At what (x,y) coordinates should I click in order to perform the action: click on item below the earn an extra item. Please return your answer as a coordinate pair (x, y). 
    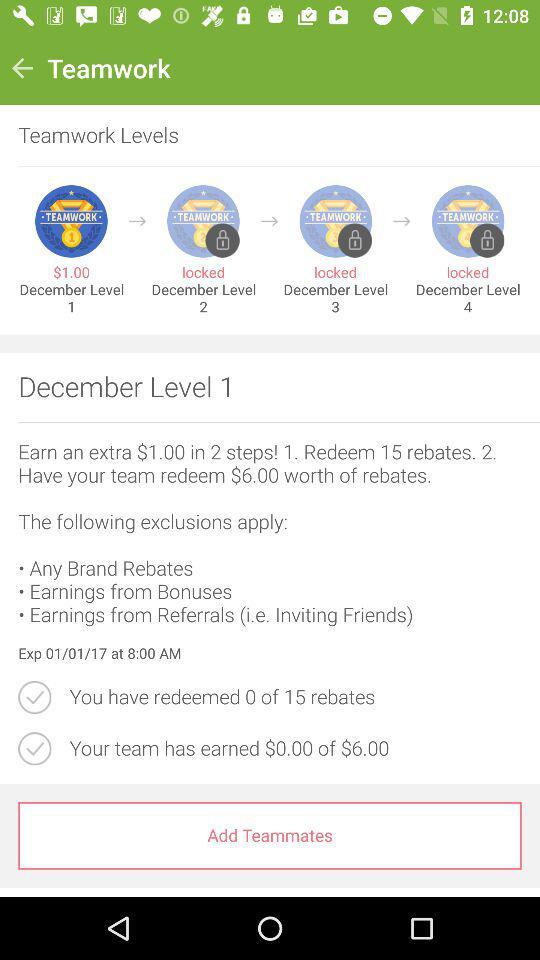
    Looking at the image, I should click on (270, 653).